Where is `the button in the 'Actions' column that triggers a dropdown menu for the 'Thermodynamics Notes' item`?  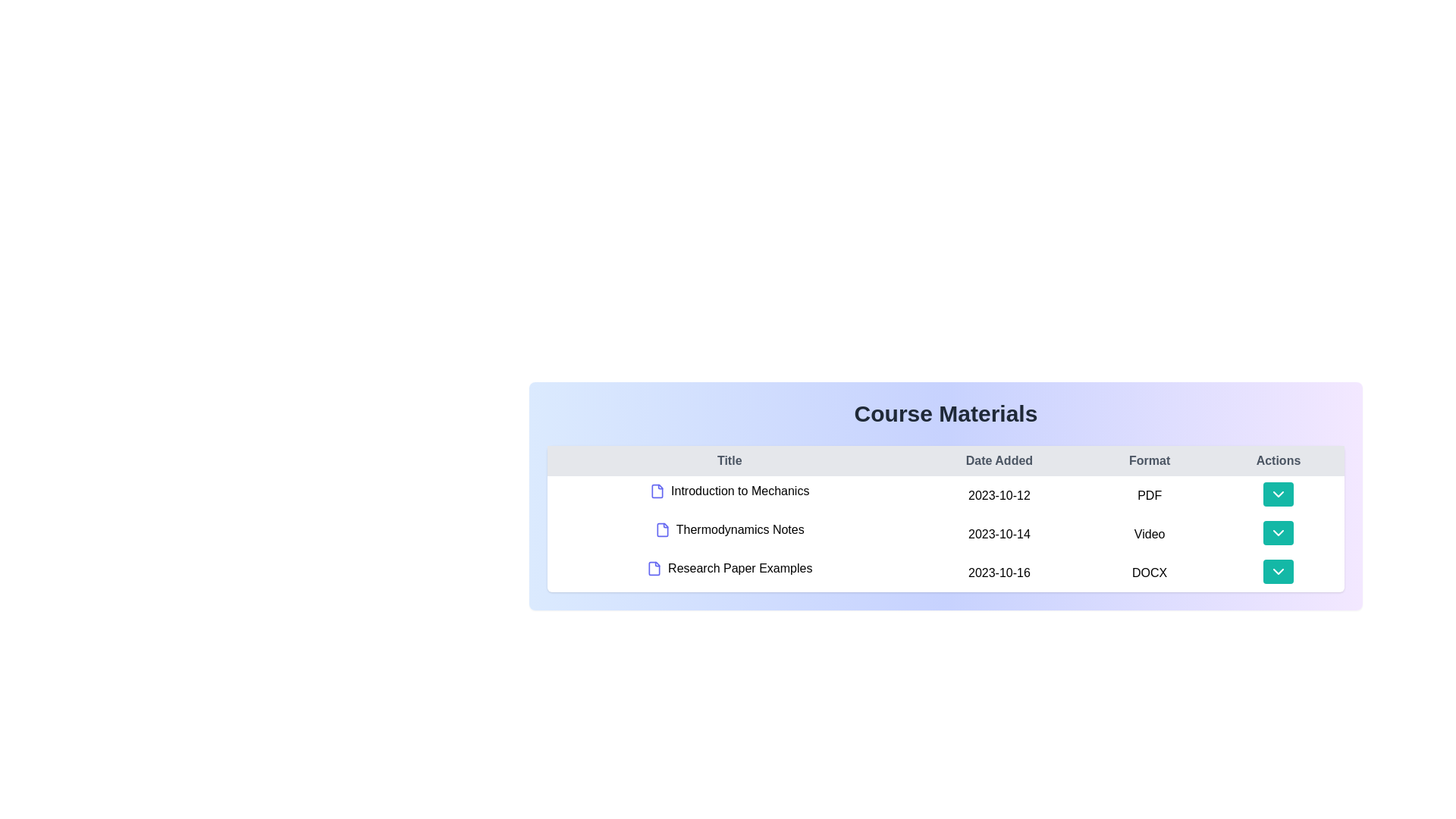
the button in the 'Actions' column that triggers a dropdown menu for the 'Thermodynamics Notes' item is located at coordinates (1277, 533).